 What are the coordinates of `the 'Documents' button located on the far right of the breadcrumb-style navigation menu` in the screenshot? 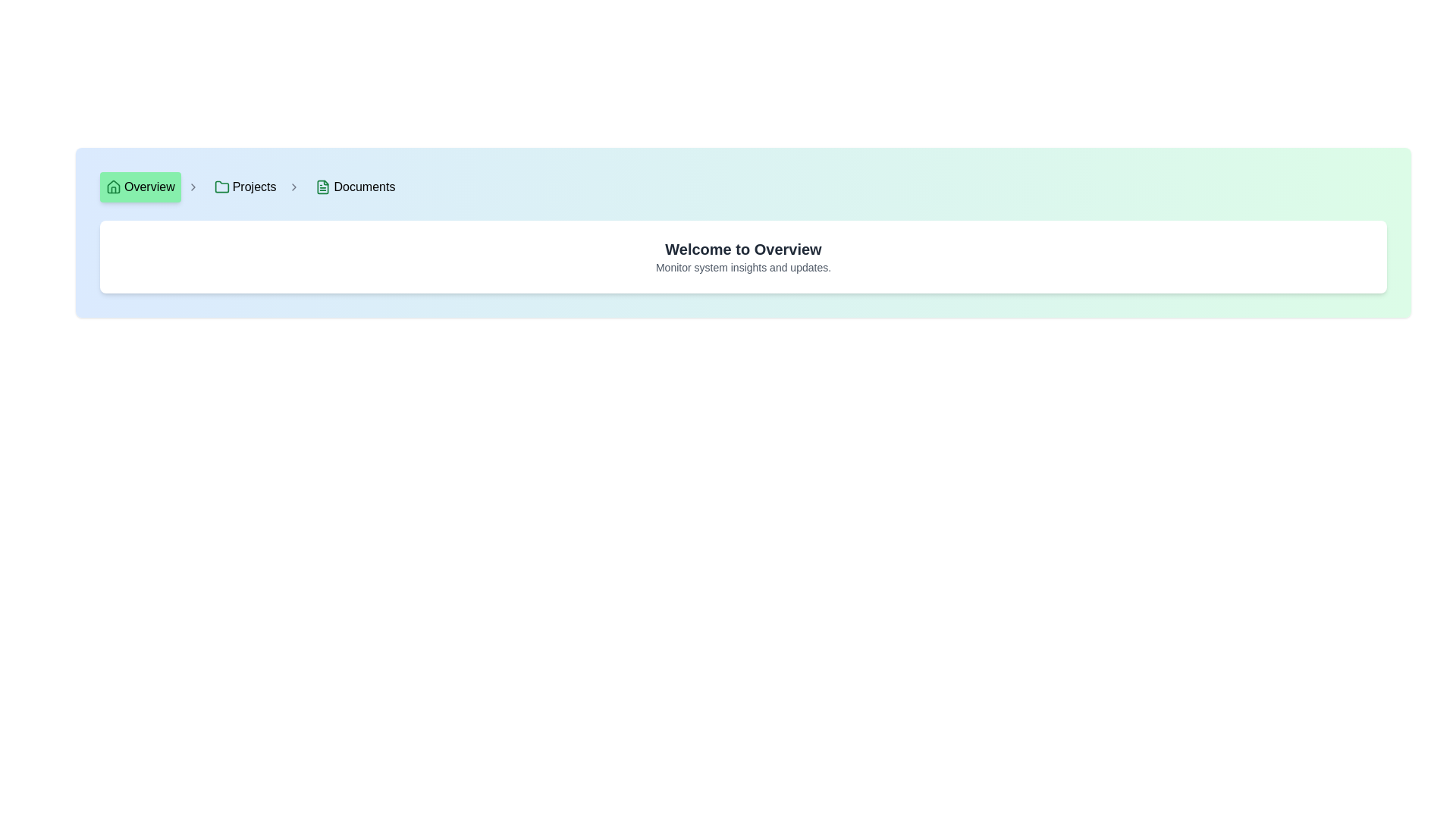 It's located at (354, 186).